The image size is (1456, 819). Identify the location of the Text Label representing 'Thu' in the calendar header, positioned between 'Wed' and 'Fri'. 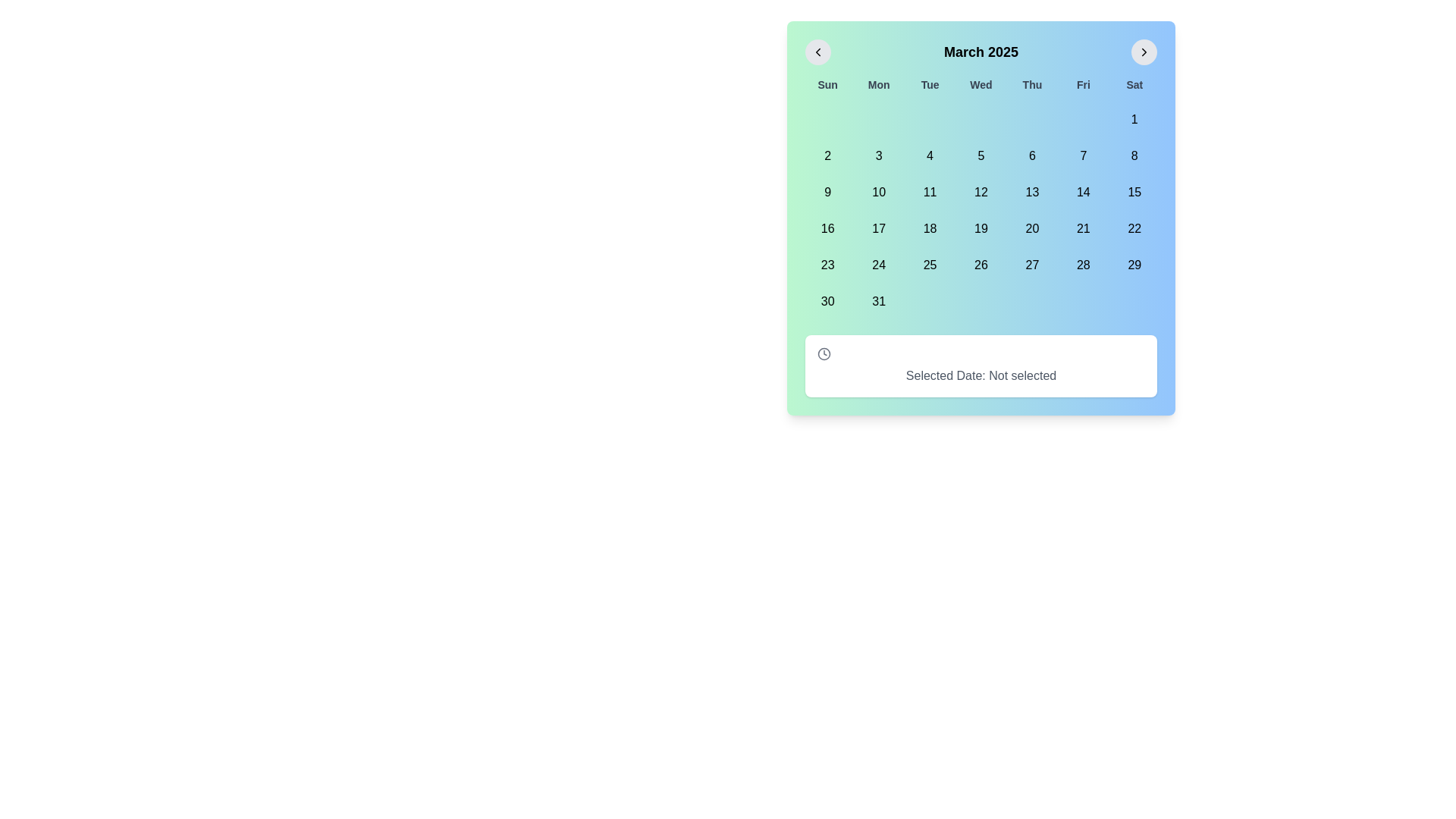
(1031, 84).